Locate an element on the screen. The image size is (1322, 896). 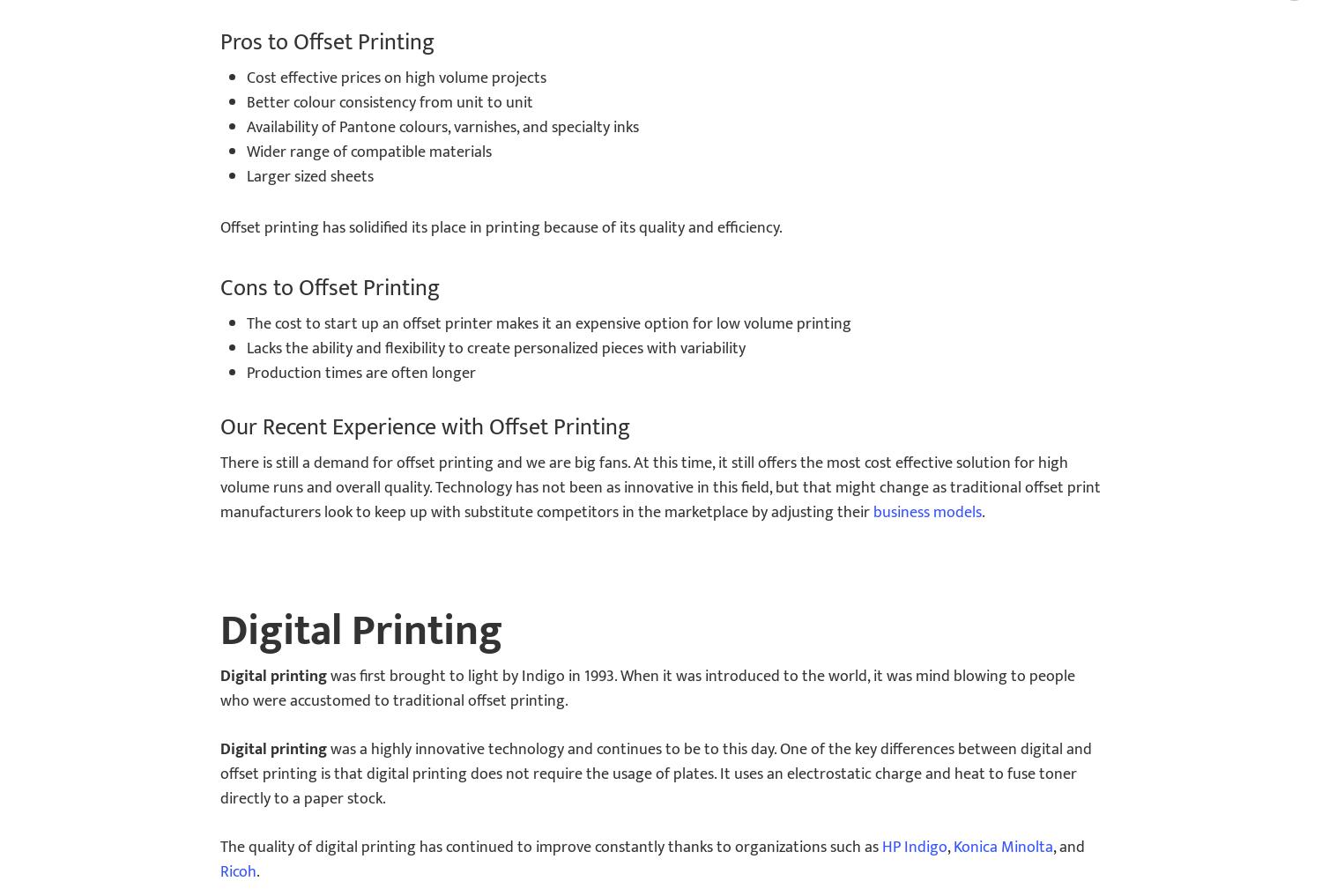
'Availability of Pantone colours, varnishes, and specialty inks' is located at coordinates (442, 127).